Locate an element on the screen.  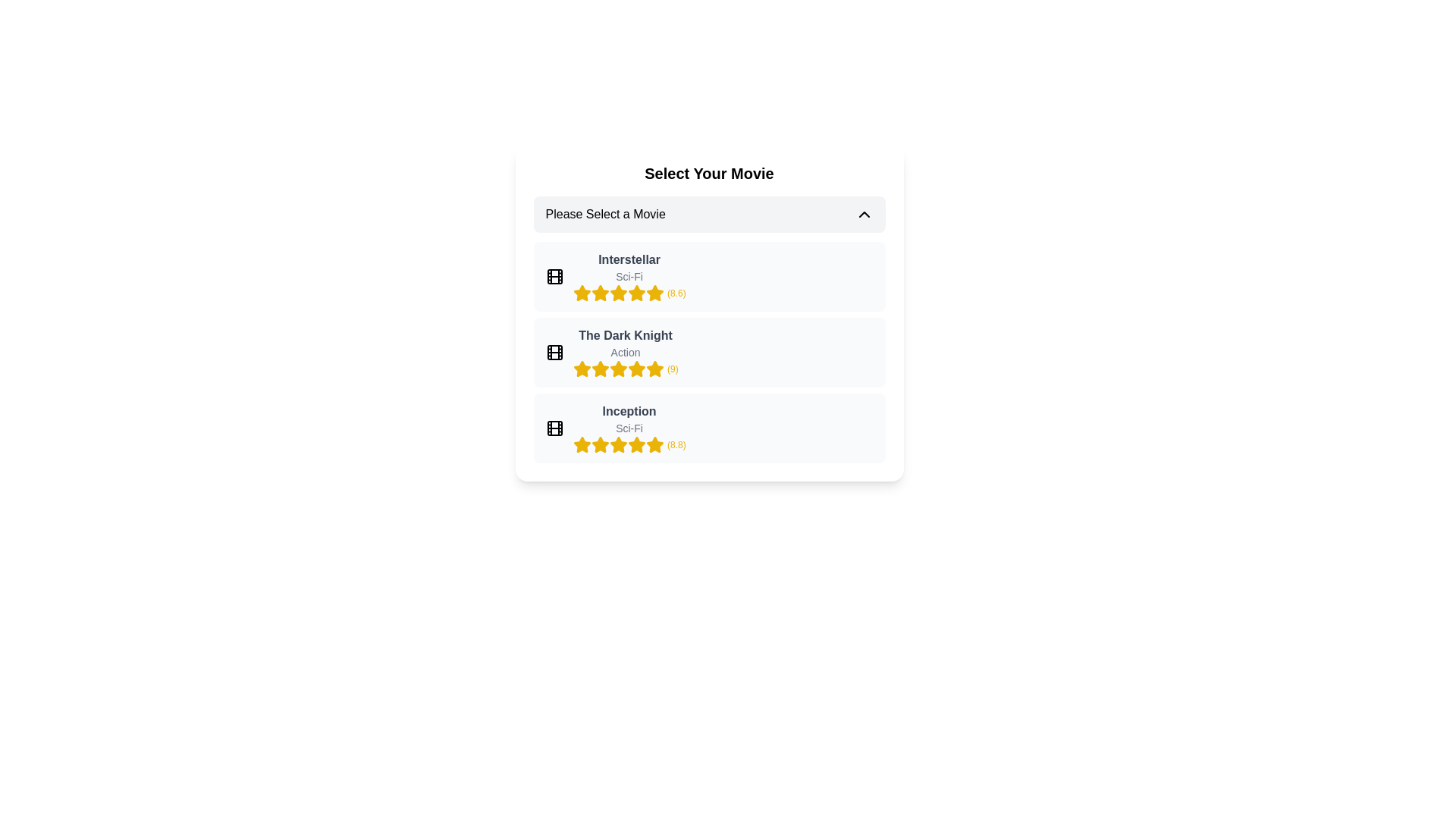
the static text label that prompts users to select a movie, positioned beneath the 'Select Your Movie' header and aligned to the left at the same height as a chevron icon is located at coordinates (604, 214).